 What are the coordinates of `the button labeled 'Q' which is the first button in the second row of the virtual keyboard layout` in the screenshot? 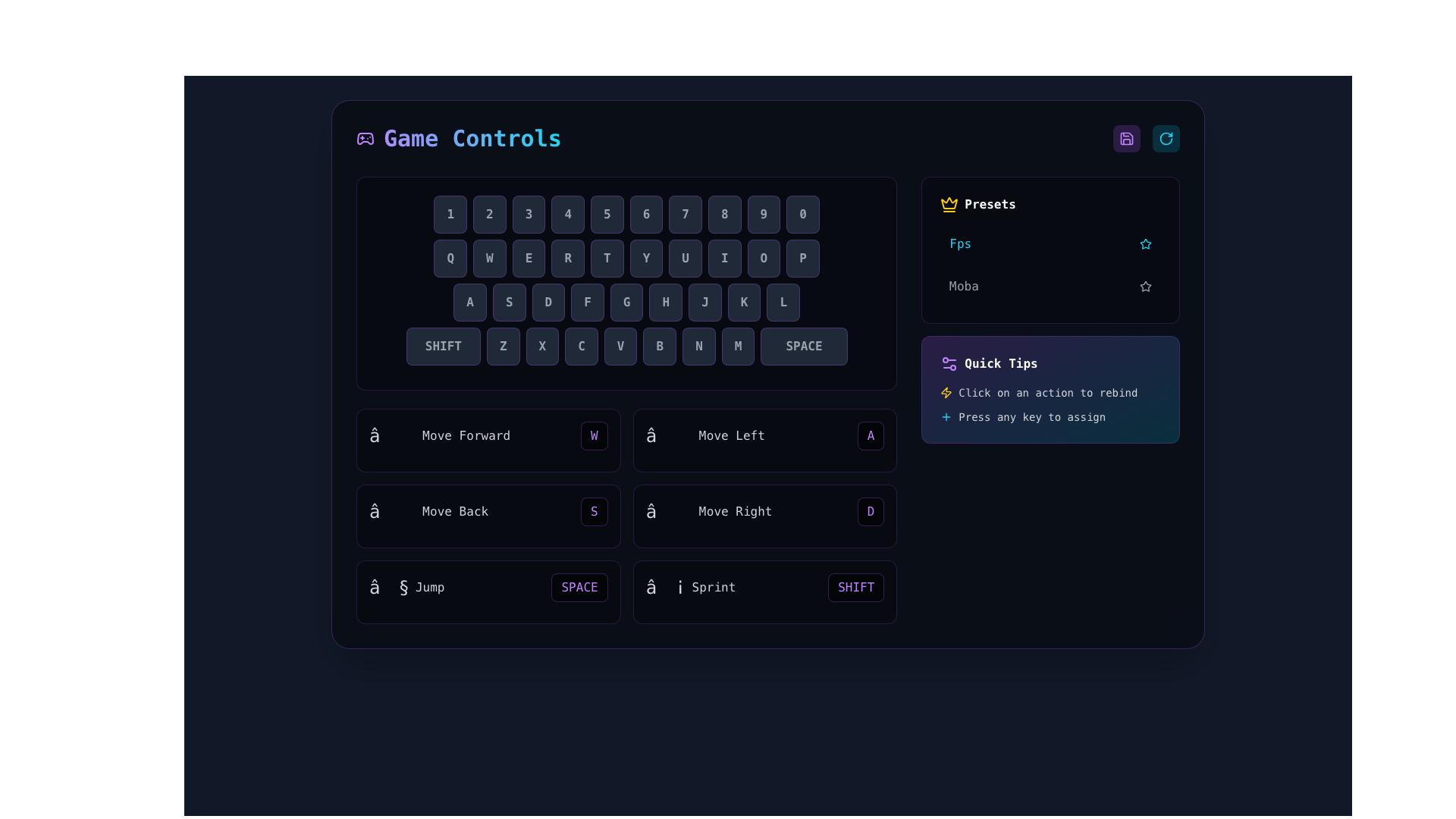 It's located at (450, 257).